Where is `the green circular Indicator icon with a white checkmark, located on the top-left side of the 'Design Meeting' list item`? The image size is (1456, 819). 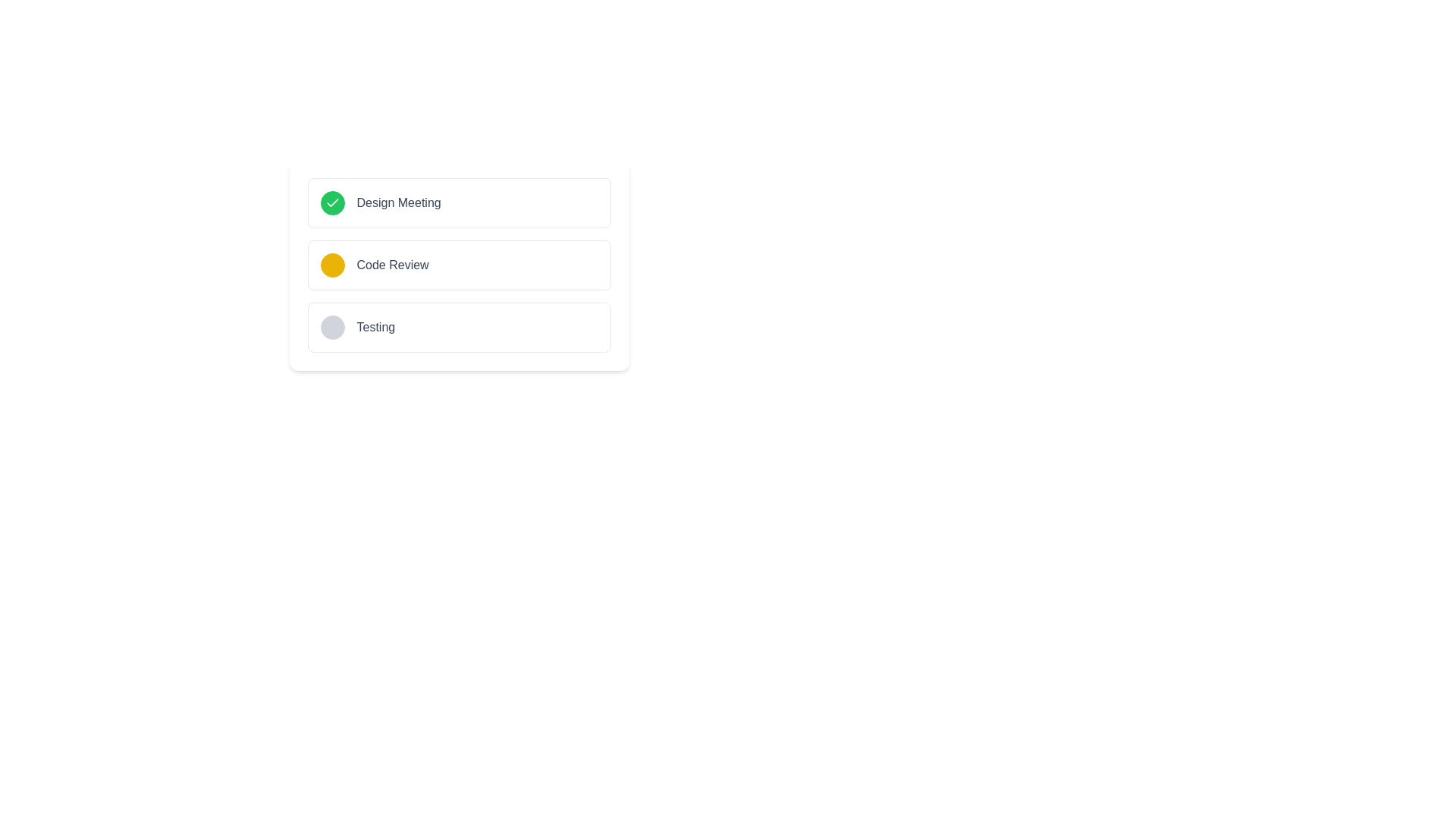
the green circular Indicator icon with a white checkmark, located on the top-left side of the 'Design Meeting' list item is located at coordinates (331, 202).